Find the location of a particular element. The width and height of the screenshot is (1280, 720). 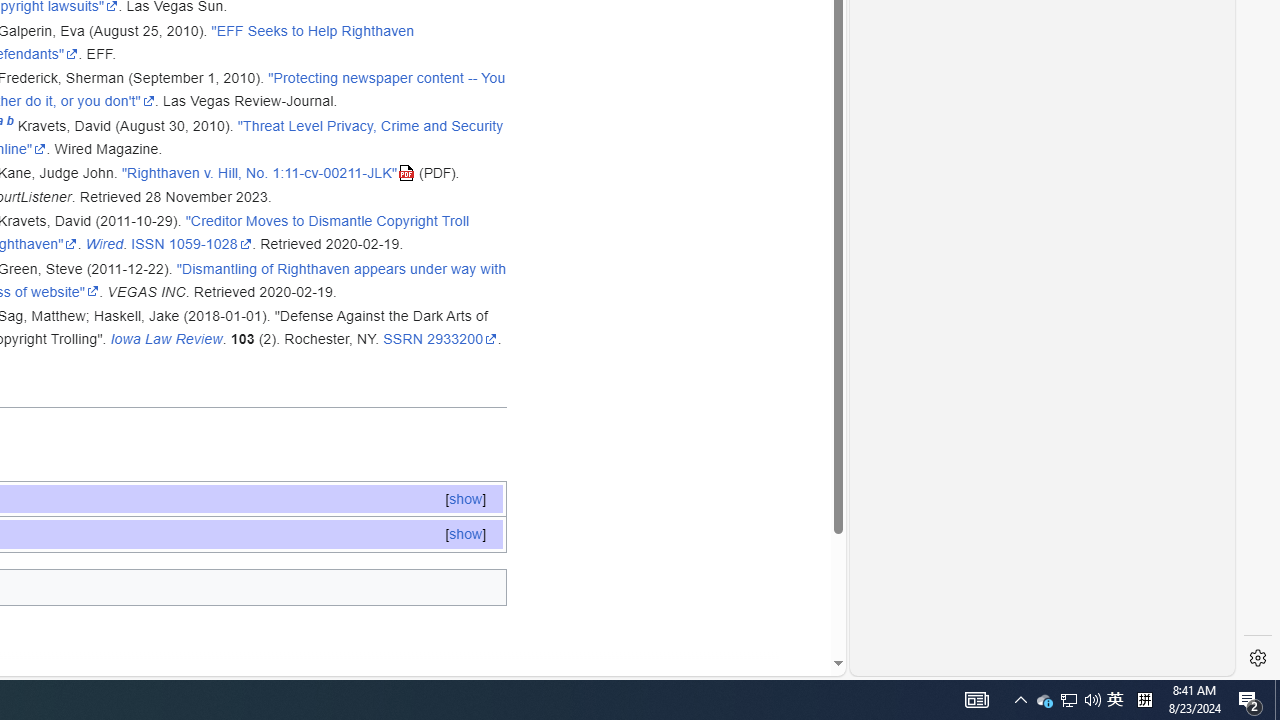

'Wired' is located at coordinates (103, 243).